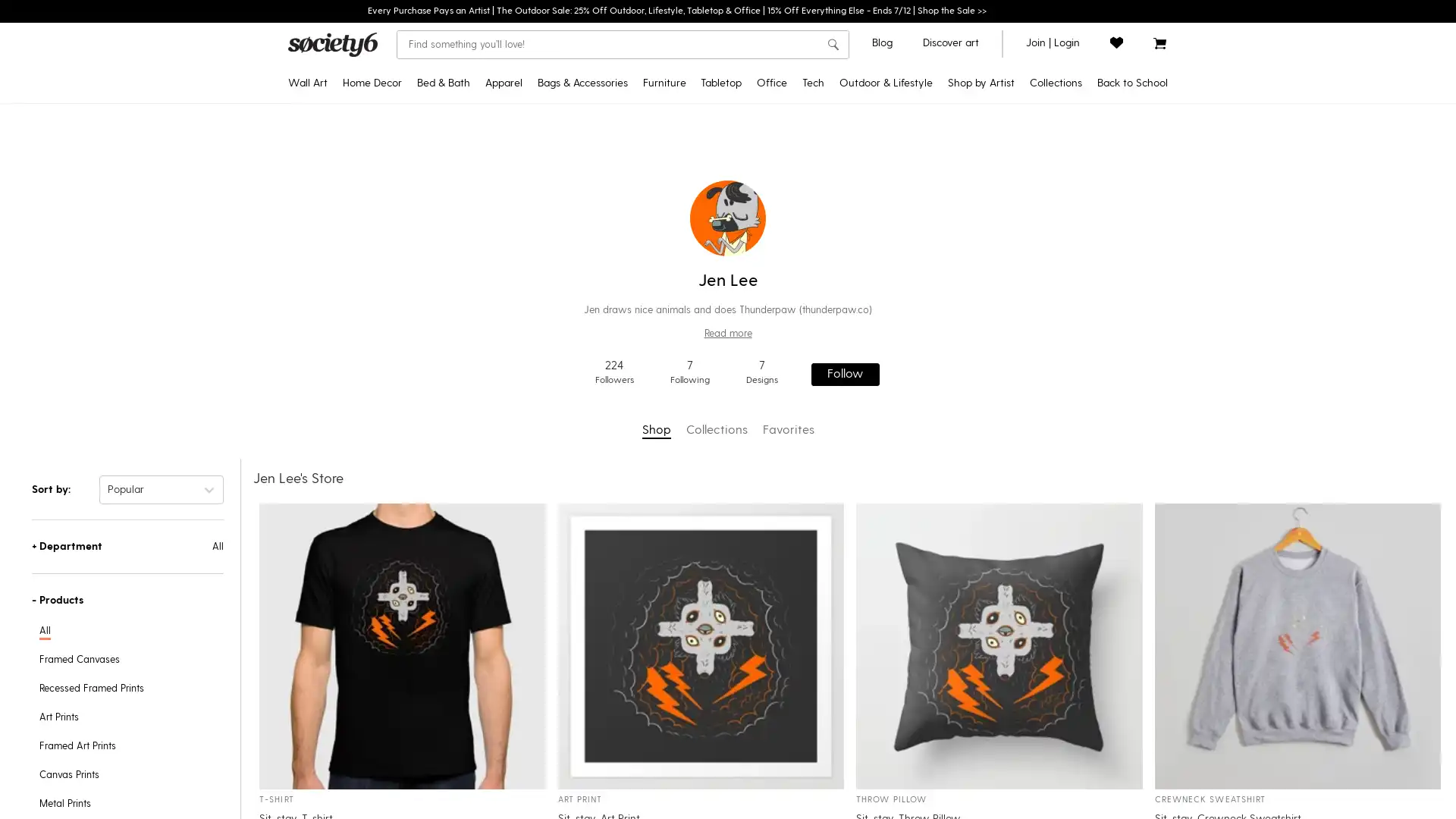  Describe the element at coordinates (940, 219) in the screenshot. I see `Discover AAPI Artists` at that location.